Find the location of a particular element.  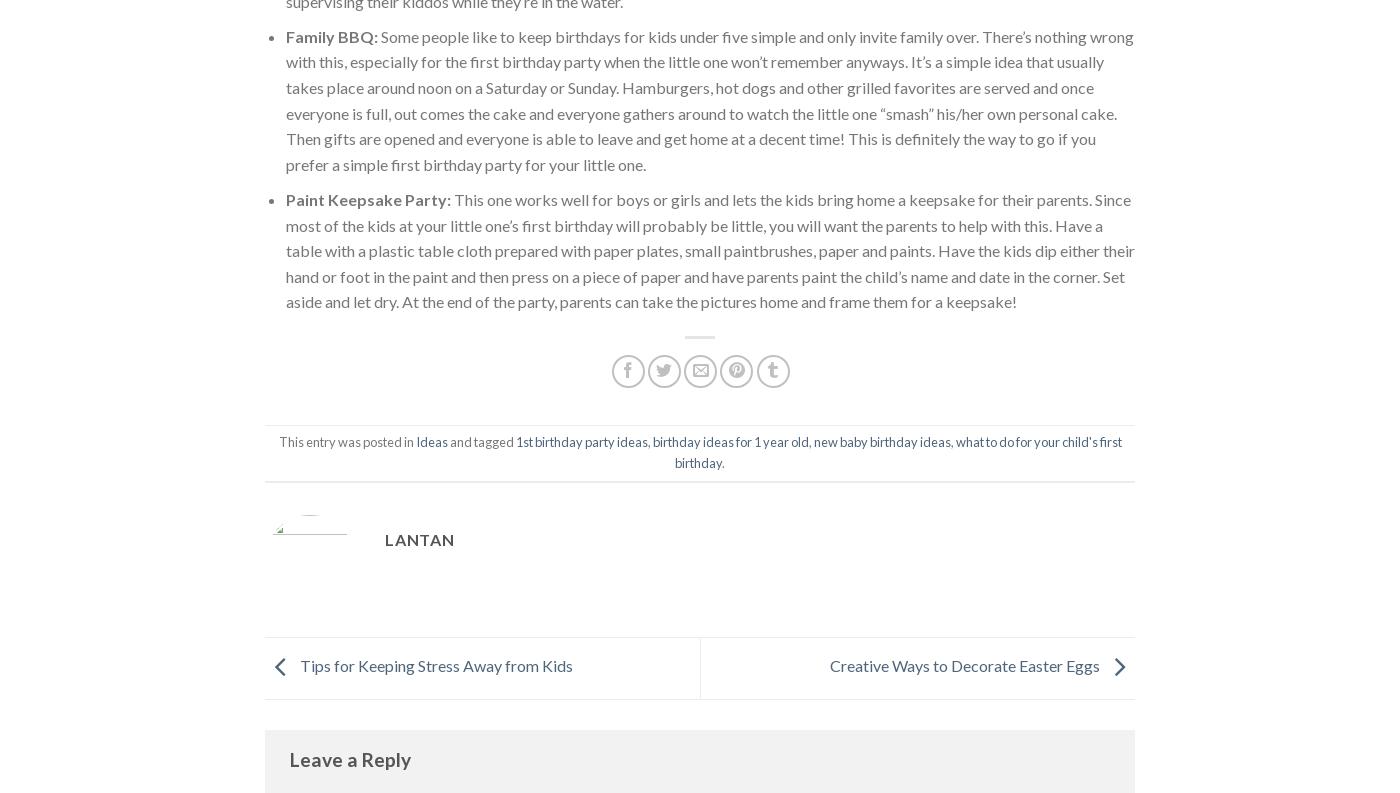

'.' is located at coordinates (723, 461).